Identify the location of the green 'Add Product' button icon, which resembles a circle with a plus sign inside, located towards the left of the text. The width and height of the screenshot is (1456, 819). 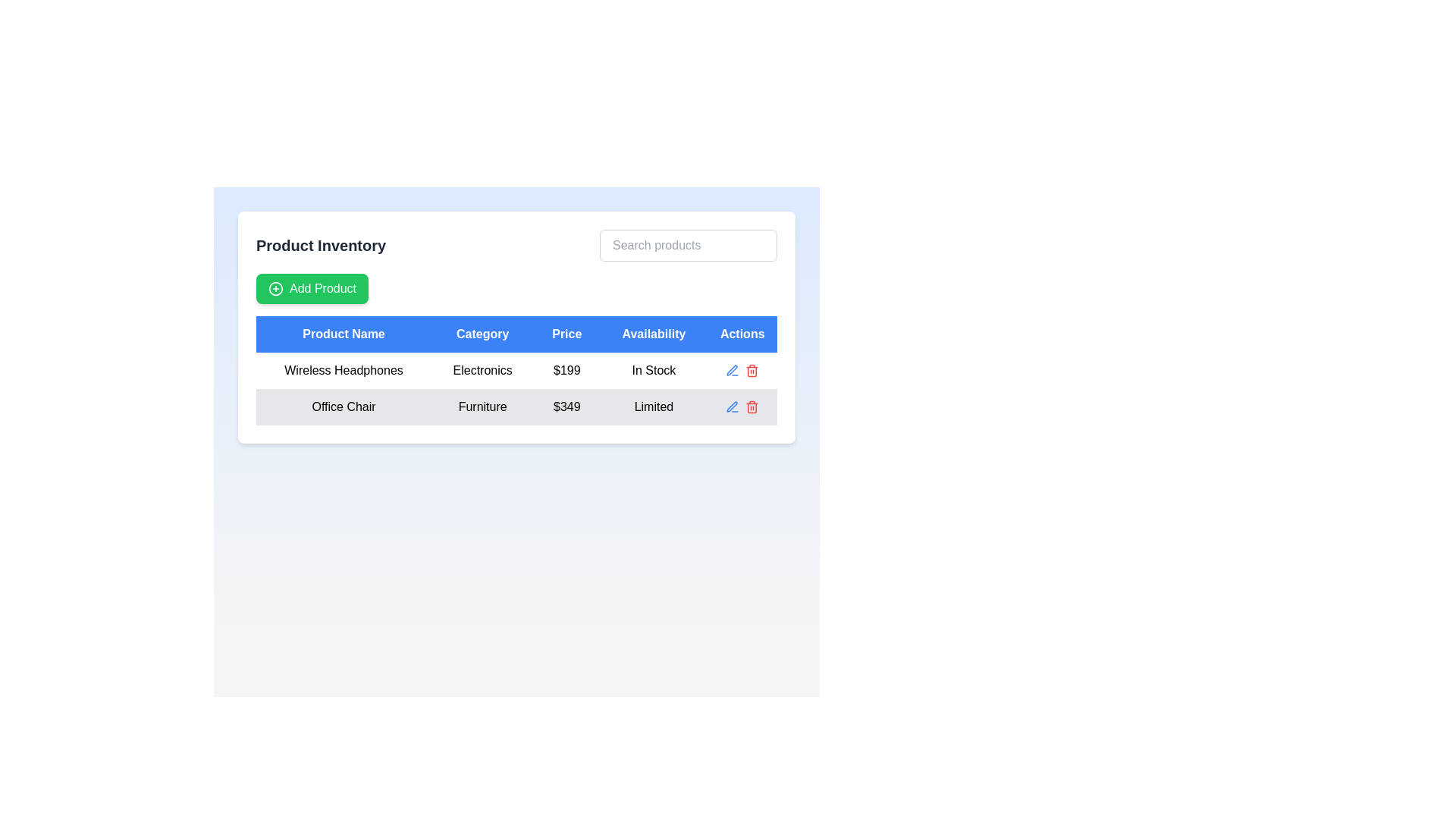
(276, 289).